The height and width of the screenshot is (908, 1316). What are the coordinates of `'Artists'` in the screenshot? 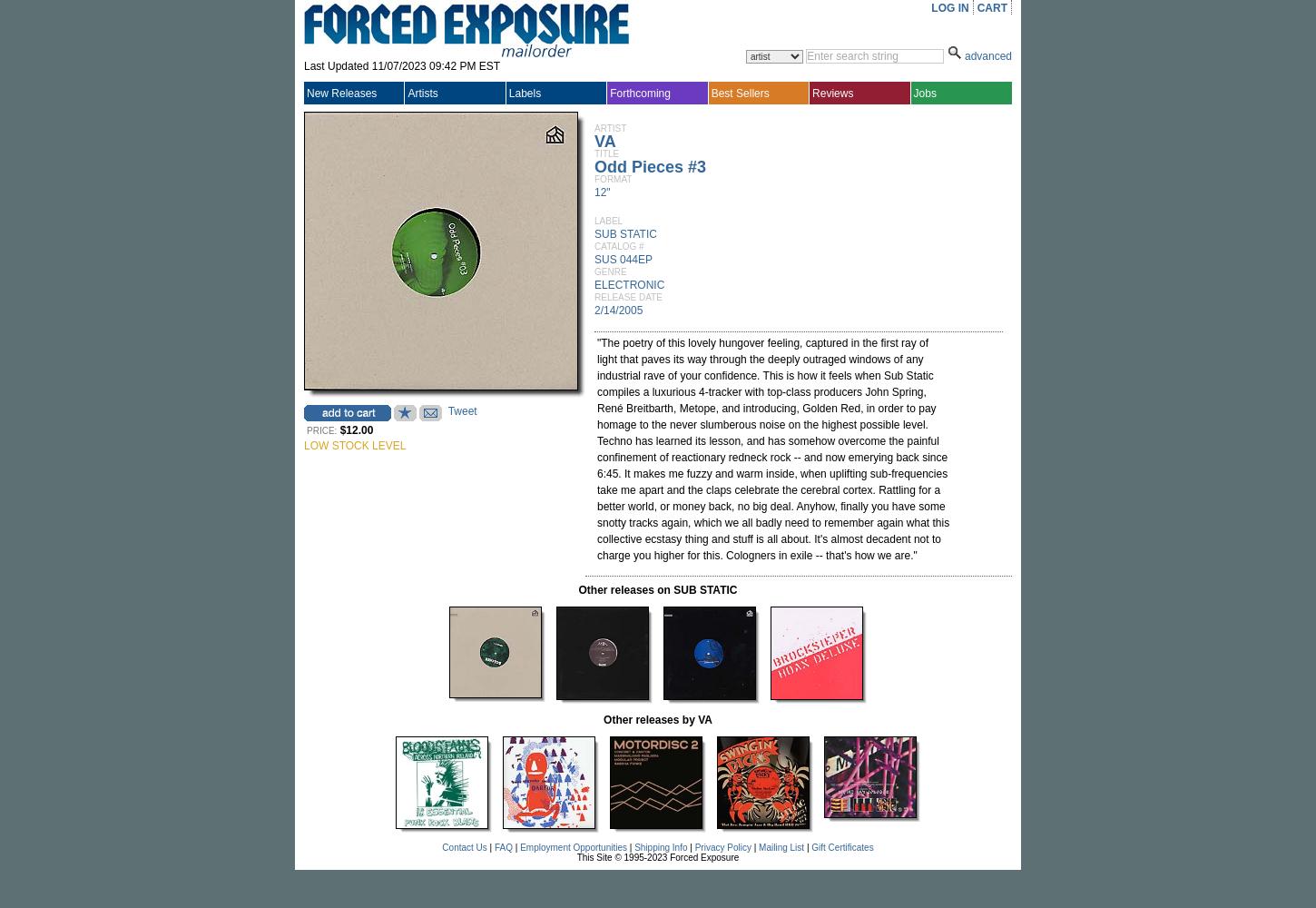 It's located at (421, 92).